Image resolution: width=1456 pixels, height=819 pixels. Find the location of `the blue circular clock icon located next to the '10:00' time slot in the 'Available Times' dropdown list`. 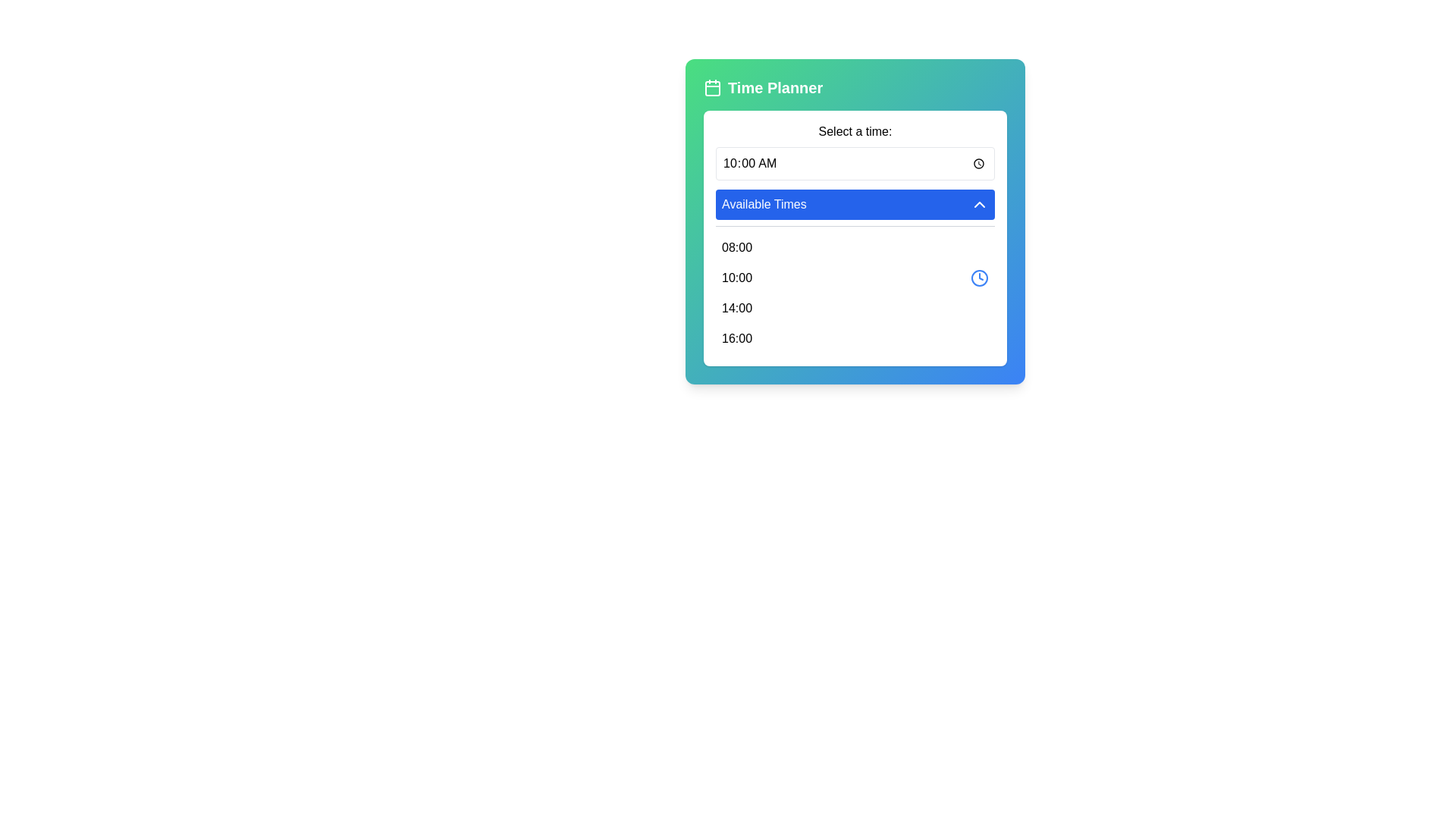

the blue circular clock icon located next to the '10:00' time slot in the 'Available Times' dropdown list is located at coordinates (979, 278).